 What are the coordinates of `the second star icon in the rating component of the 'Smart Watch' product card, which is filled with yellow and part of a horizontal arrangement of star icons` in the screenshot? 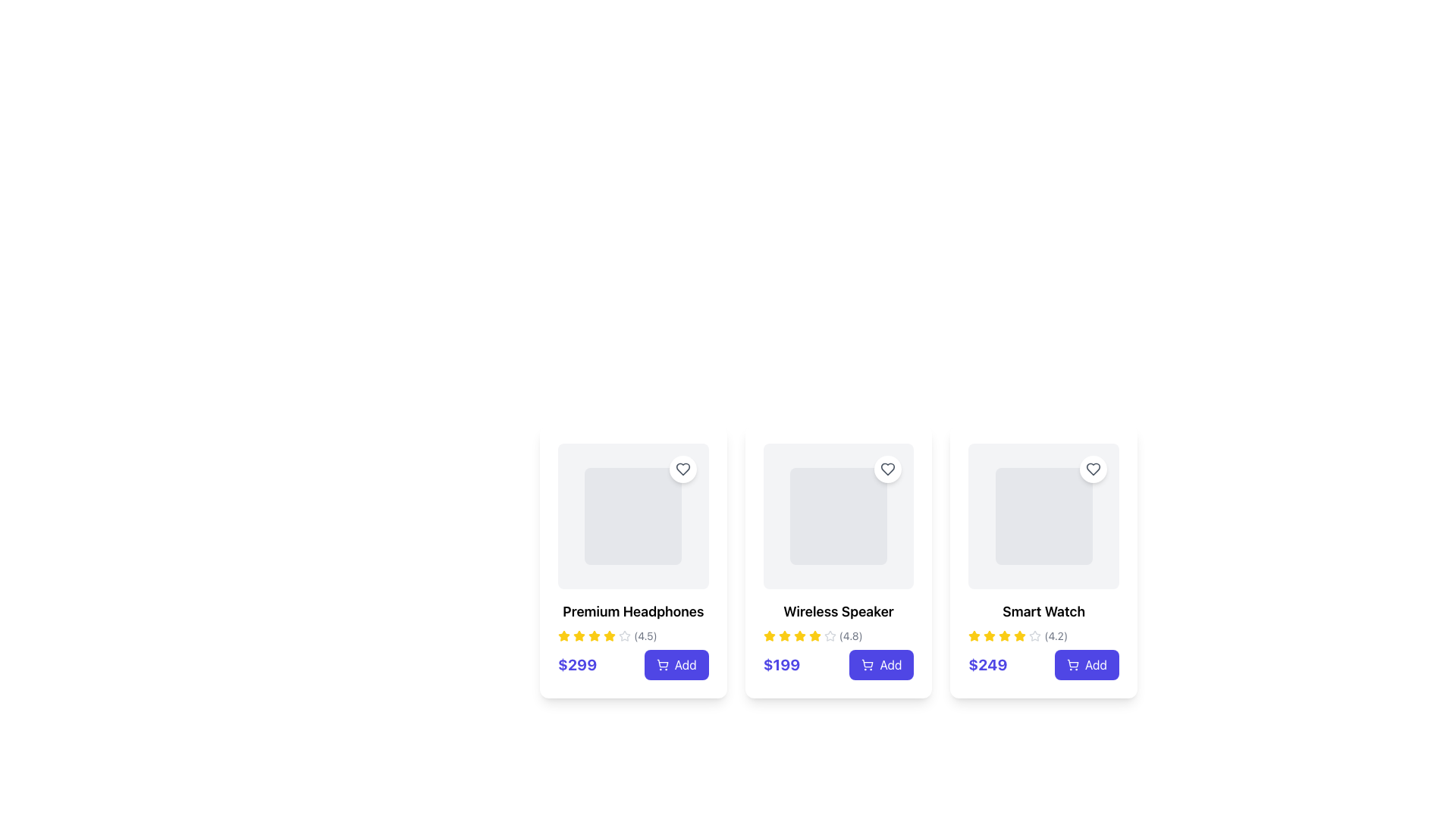 It's located at (1005, 635).